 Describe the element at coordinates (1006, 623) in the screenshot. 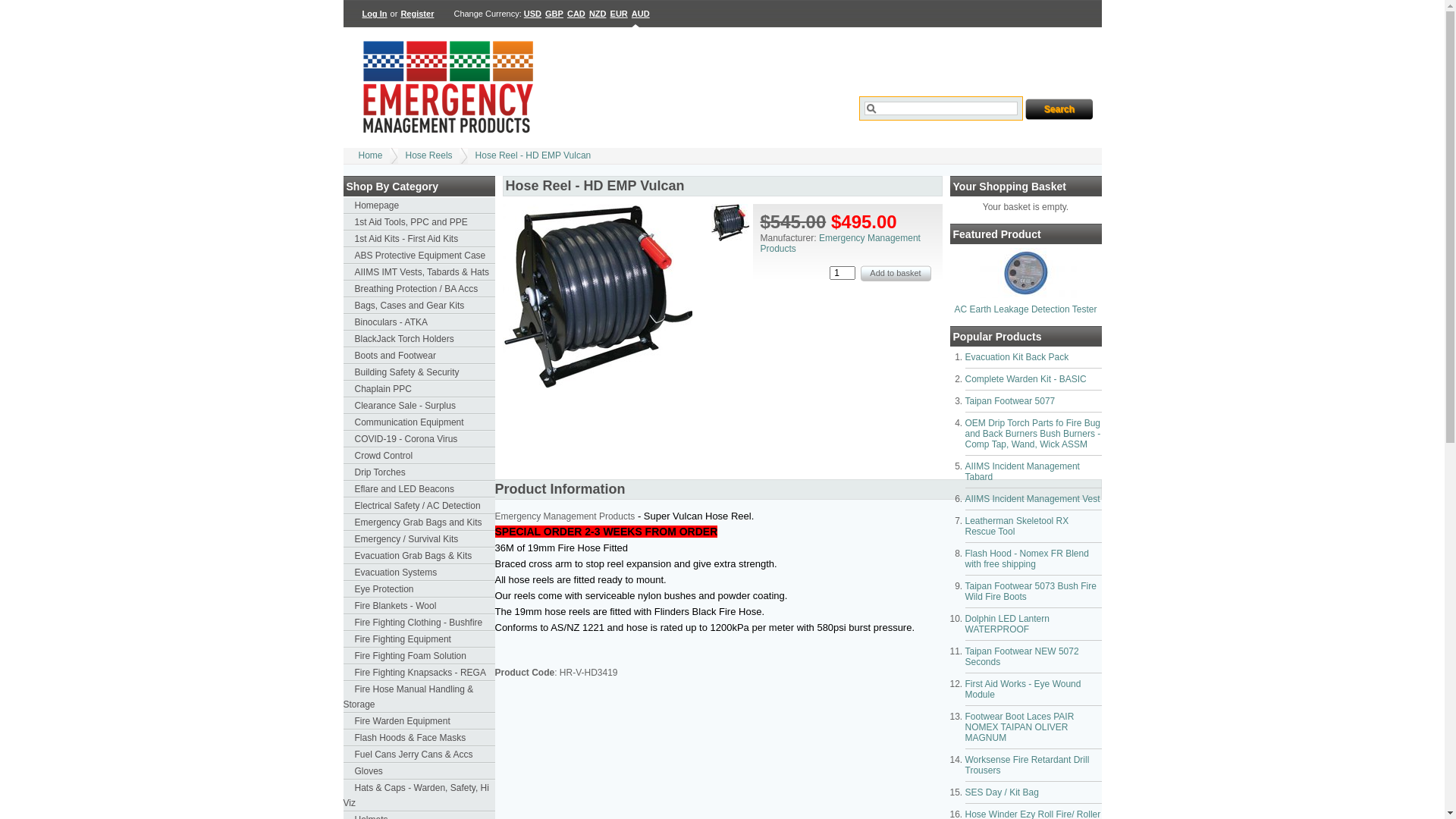

I see `'Dolphin LED Lantern WATERPROOF'` at that location.